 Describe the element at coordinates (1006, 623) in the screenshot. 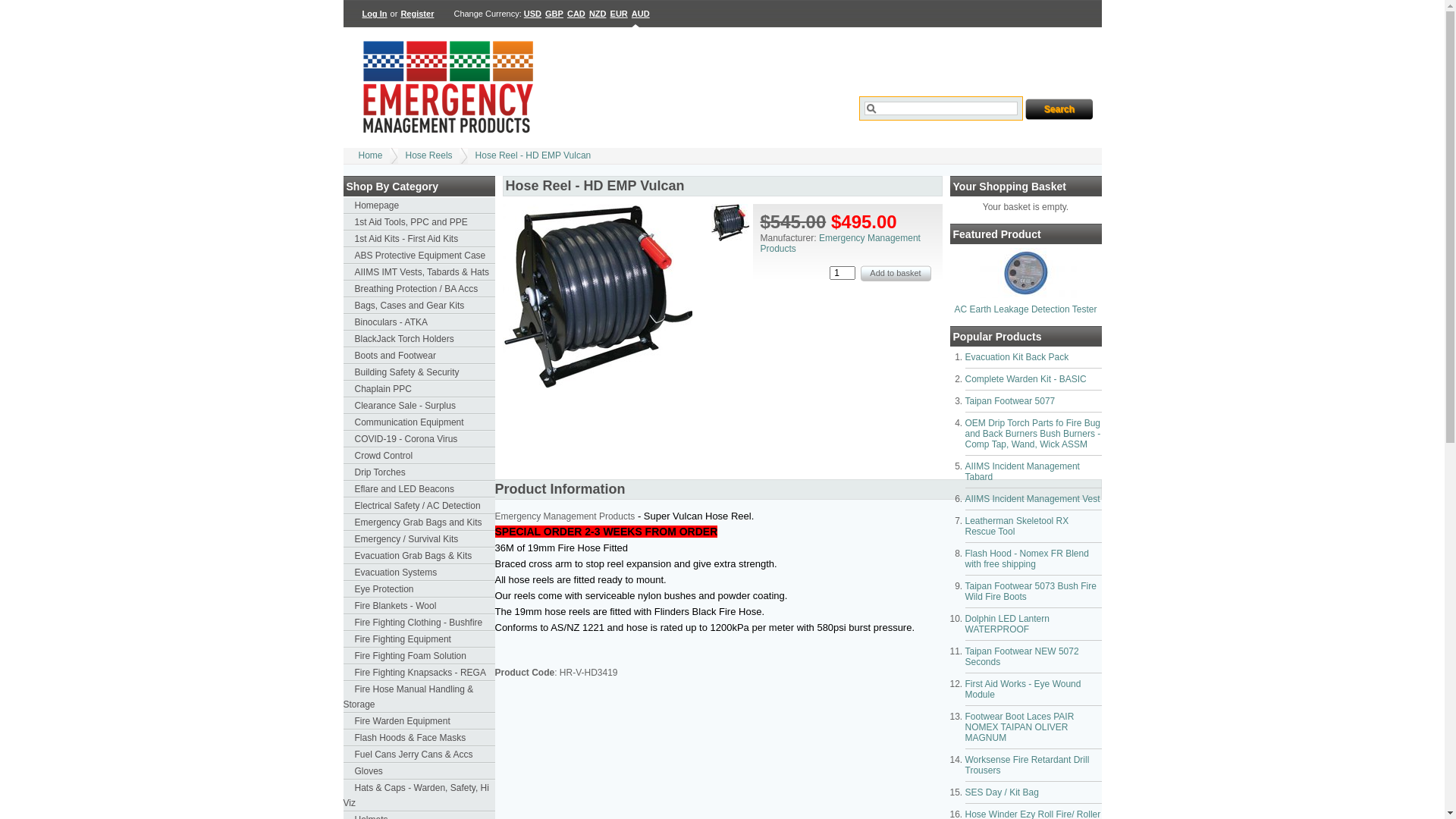

I see `'Dolphin LED Lantern WATERPROOF'` at that location.